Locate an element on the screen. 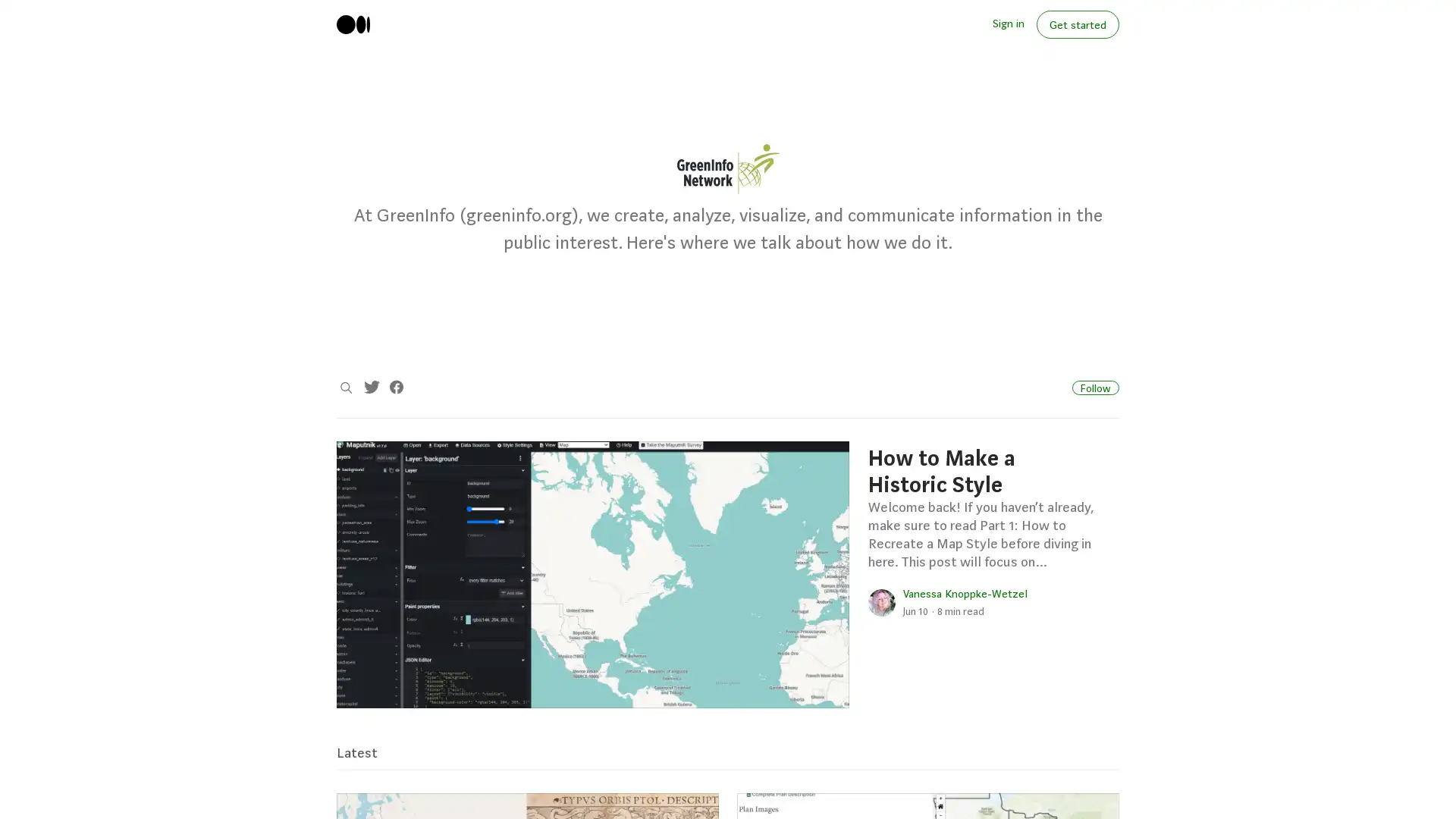 Image resolution: width=1456 pixels, height=819 pixels. Follow is located at coordinates (1095, 386).